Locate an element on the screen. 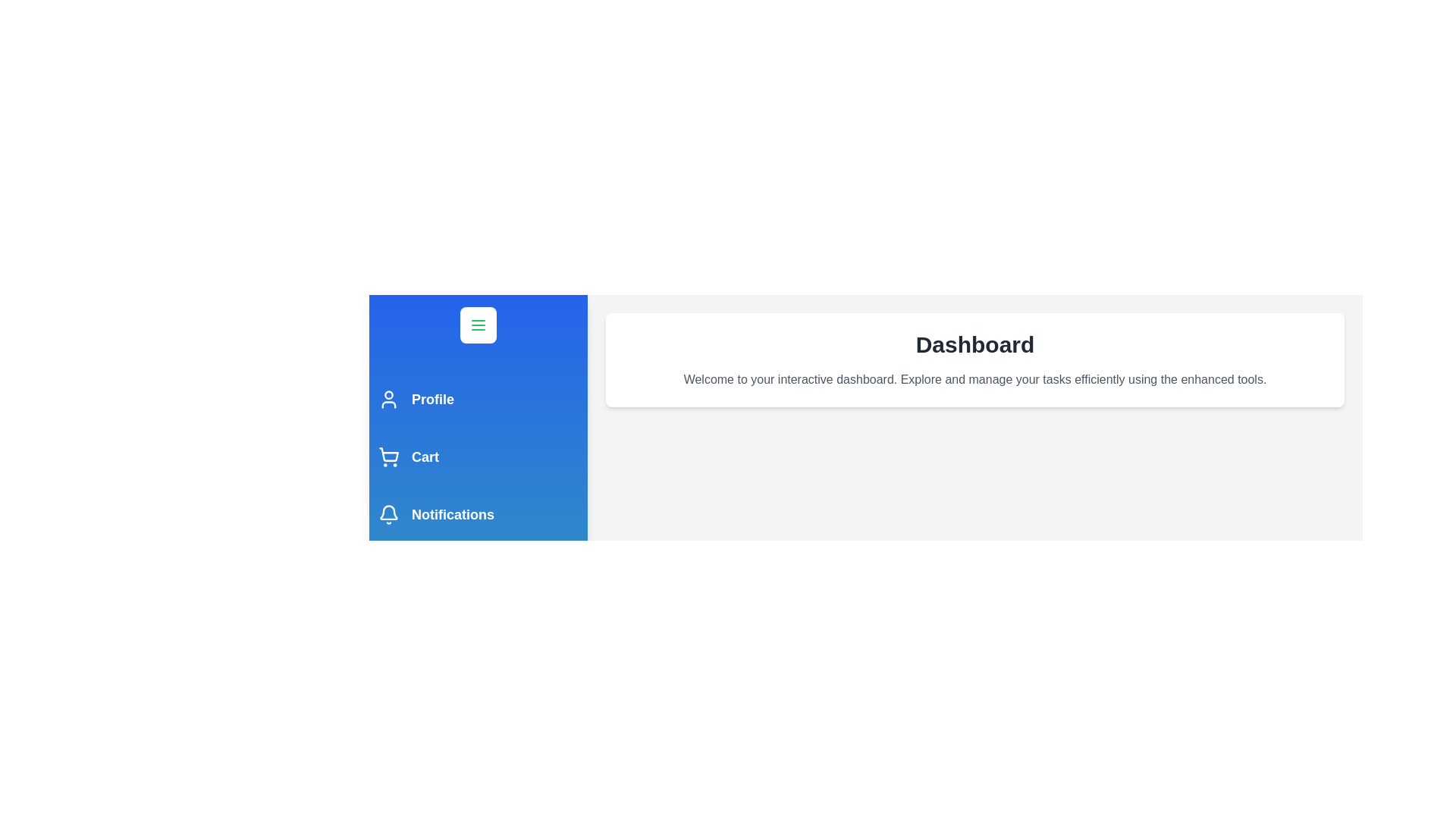  the navigation item Notifications to navigate to the respective section is located at coordinates (477, 513).